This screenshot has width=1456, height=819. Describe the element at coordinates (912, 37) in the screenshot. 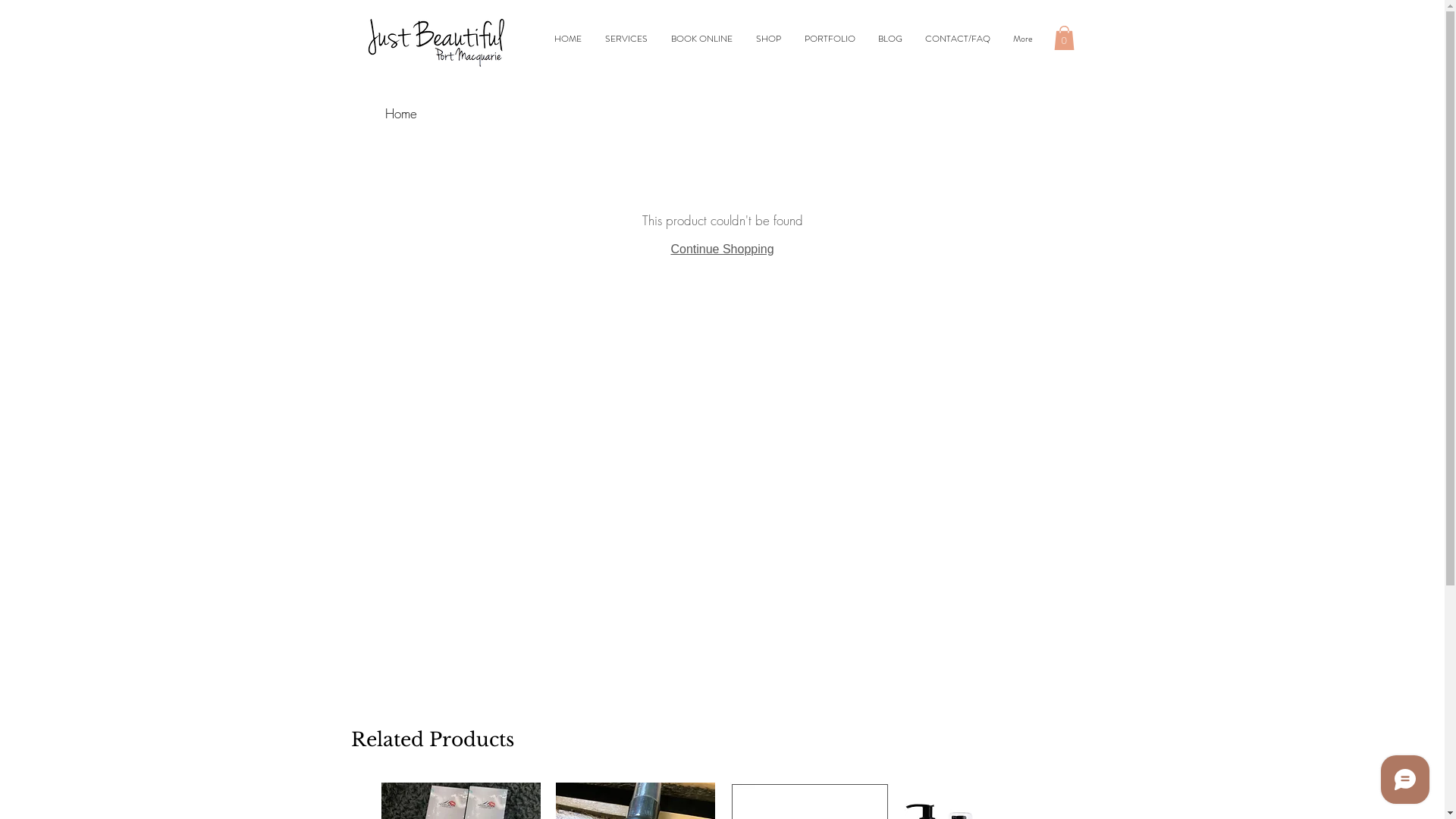

I see `'CONTACT/FAQ'` at that location.